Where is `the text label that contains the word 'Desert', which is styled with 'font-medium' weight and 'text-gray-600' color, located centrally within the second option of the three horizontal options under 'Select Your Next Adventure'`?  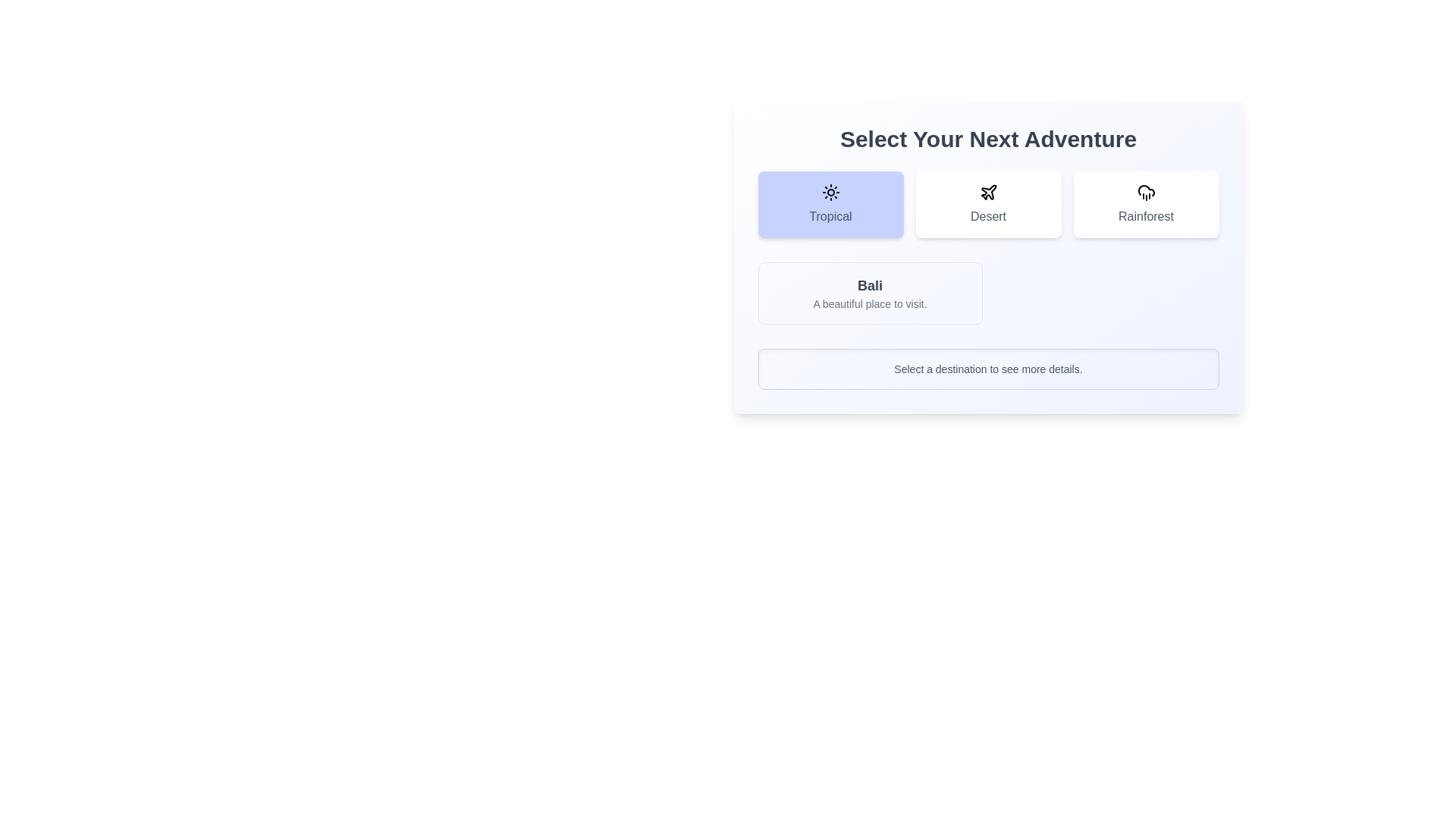 the text label that contains the word 'Desert', which is styled with 'font-medium' weight and 'text-gray-600' color, located centrally within the second option of the three horizontal options under 'Select Your Next Adventure' is located at coordinates (988, 216).